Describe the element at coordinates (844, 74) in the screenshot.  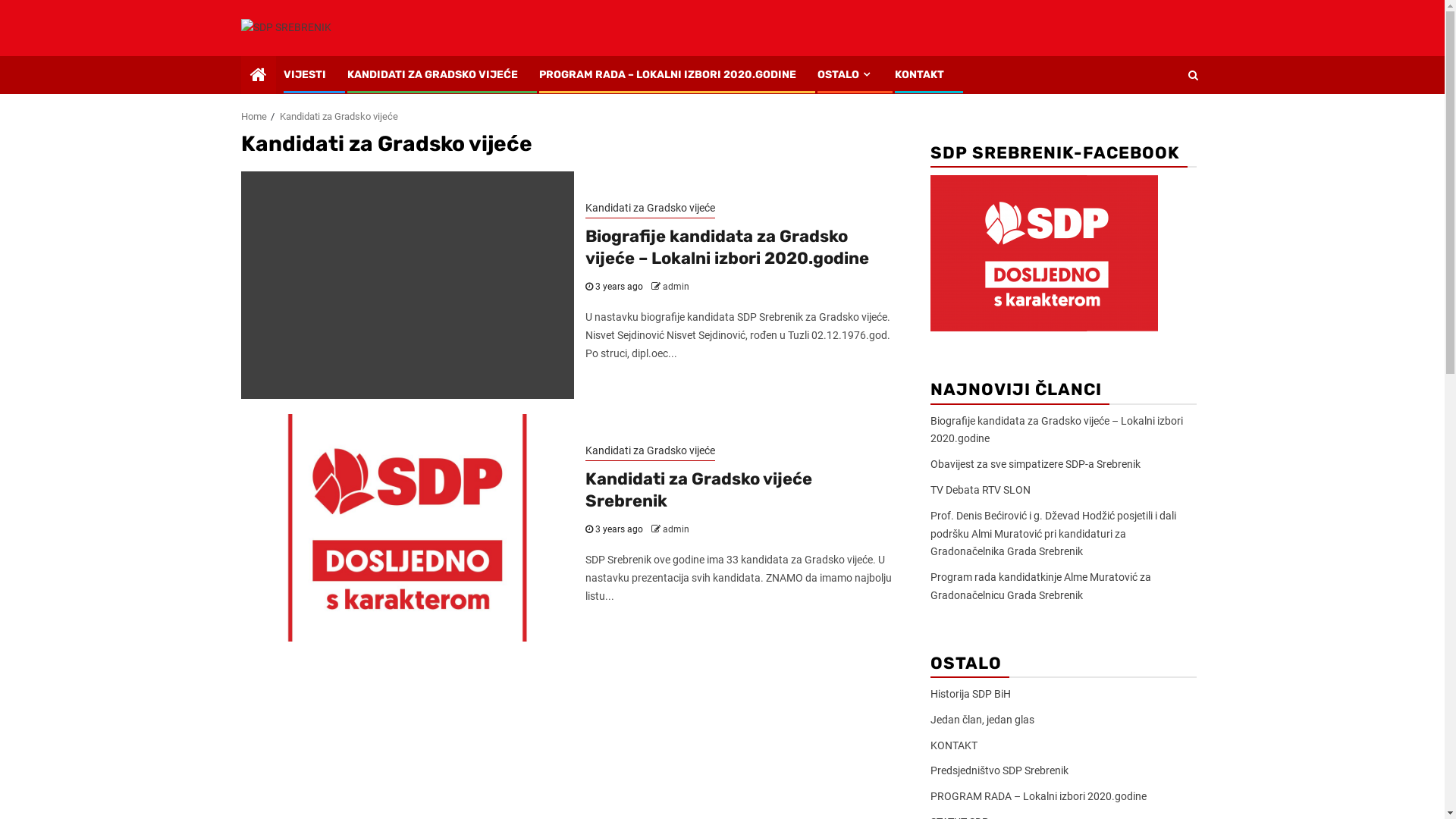
I see `'OSTALO'` at that location.